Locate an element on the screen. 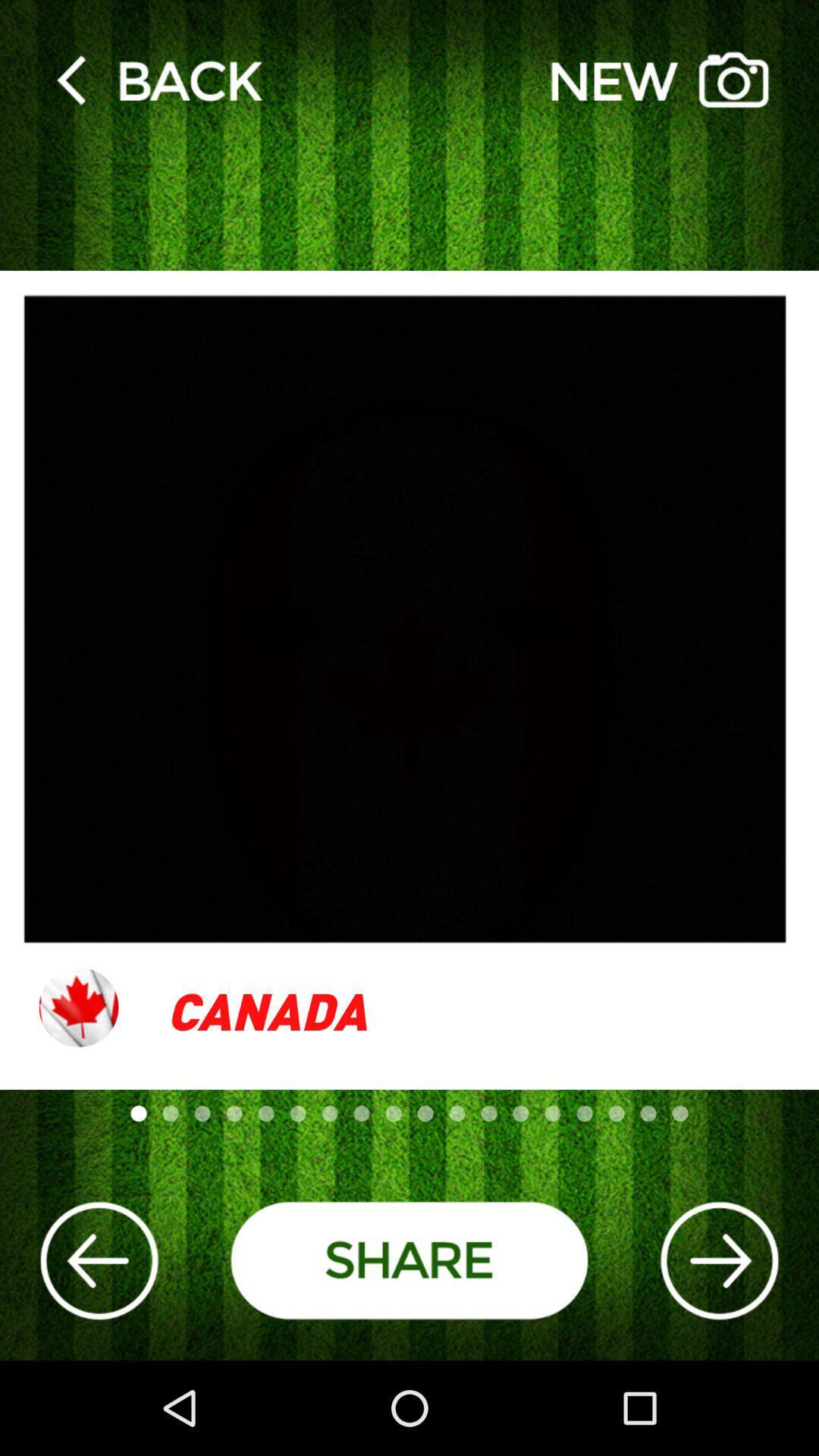 Image resolution: width=819 pixels, height=1456 pixels. go next is located at coordinates (718, 1260).